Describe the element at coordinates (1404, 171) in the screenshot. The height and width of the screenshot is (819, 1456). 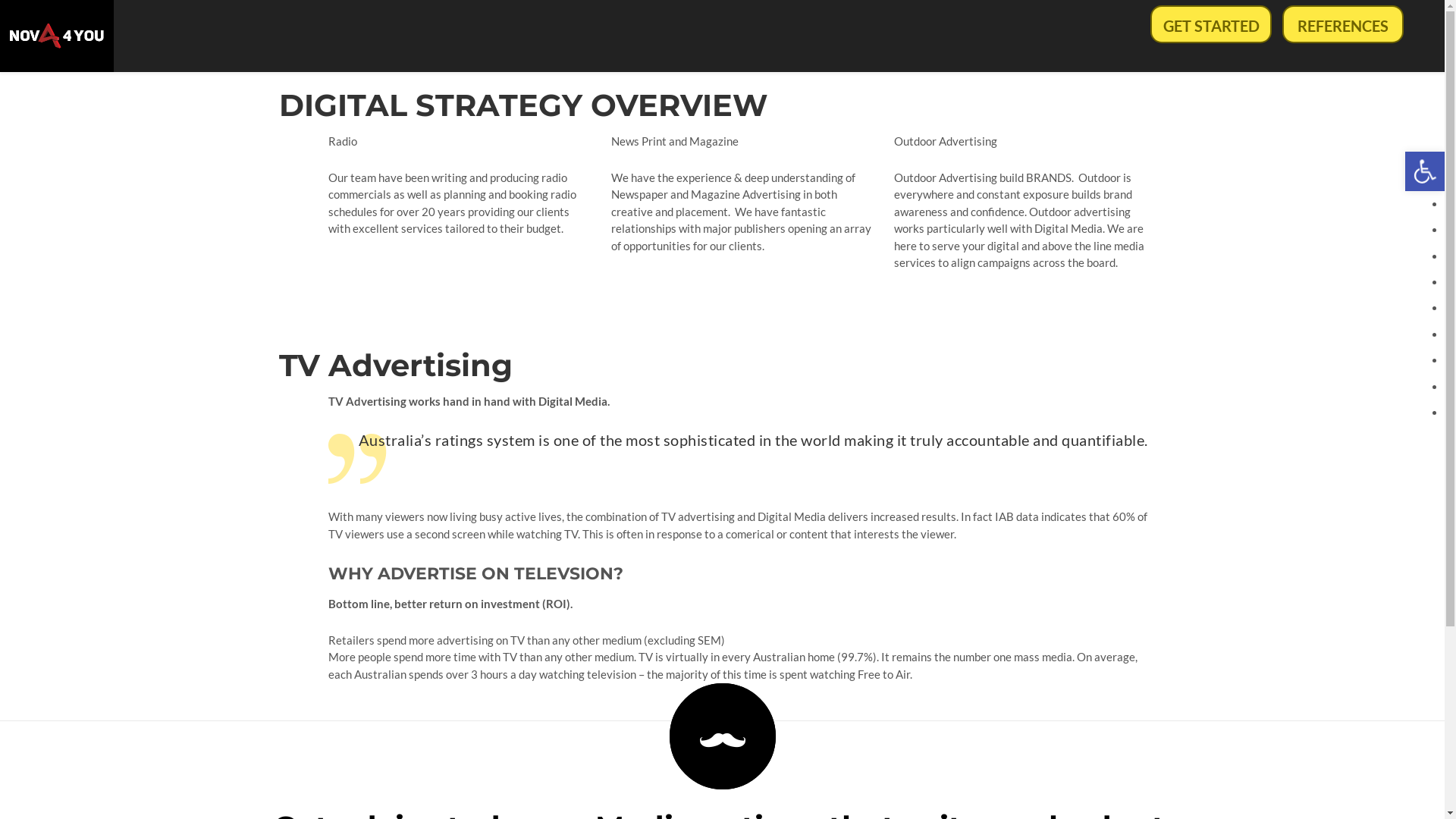
I see `'Open toolbar'` at that location.